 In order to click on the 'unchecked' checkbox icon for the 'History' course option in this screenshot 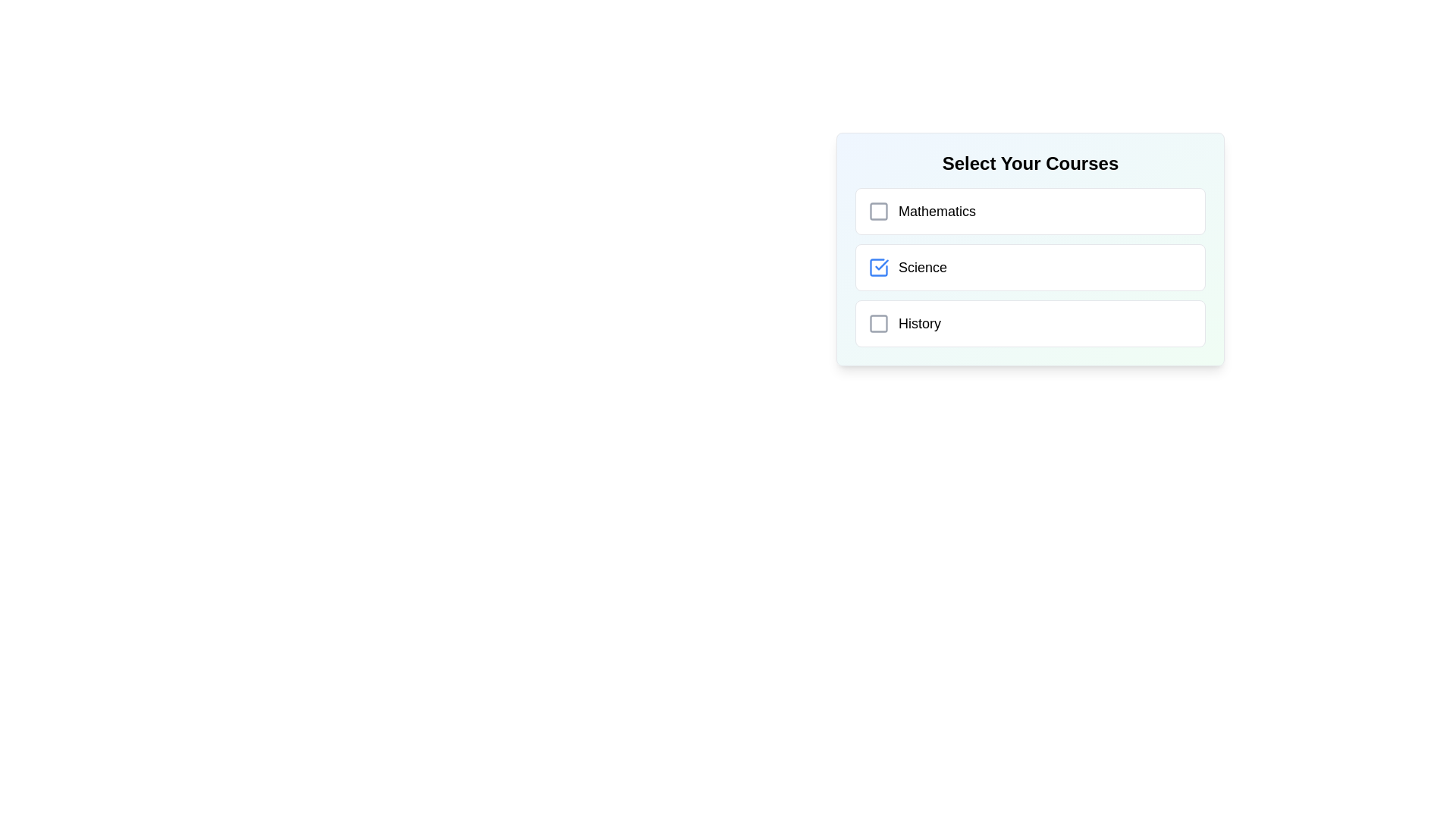, I will do `click(878, 323)`.